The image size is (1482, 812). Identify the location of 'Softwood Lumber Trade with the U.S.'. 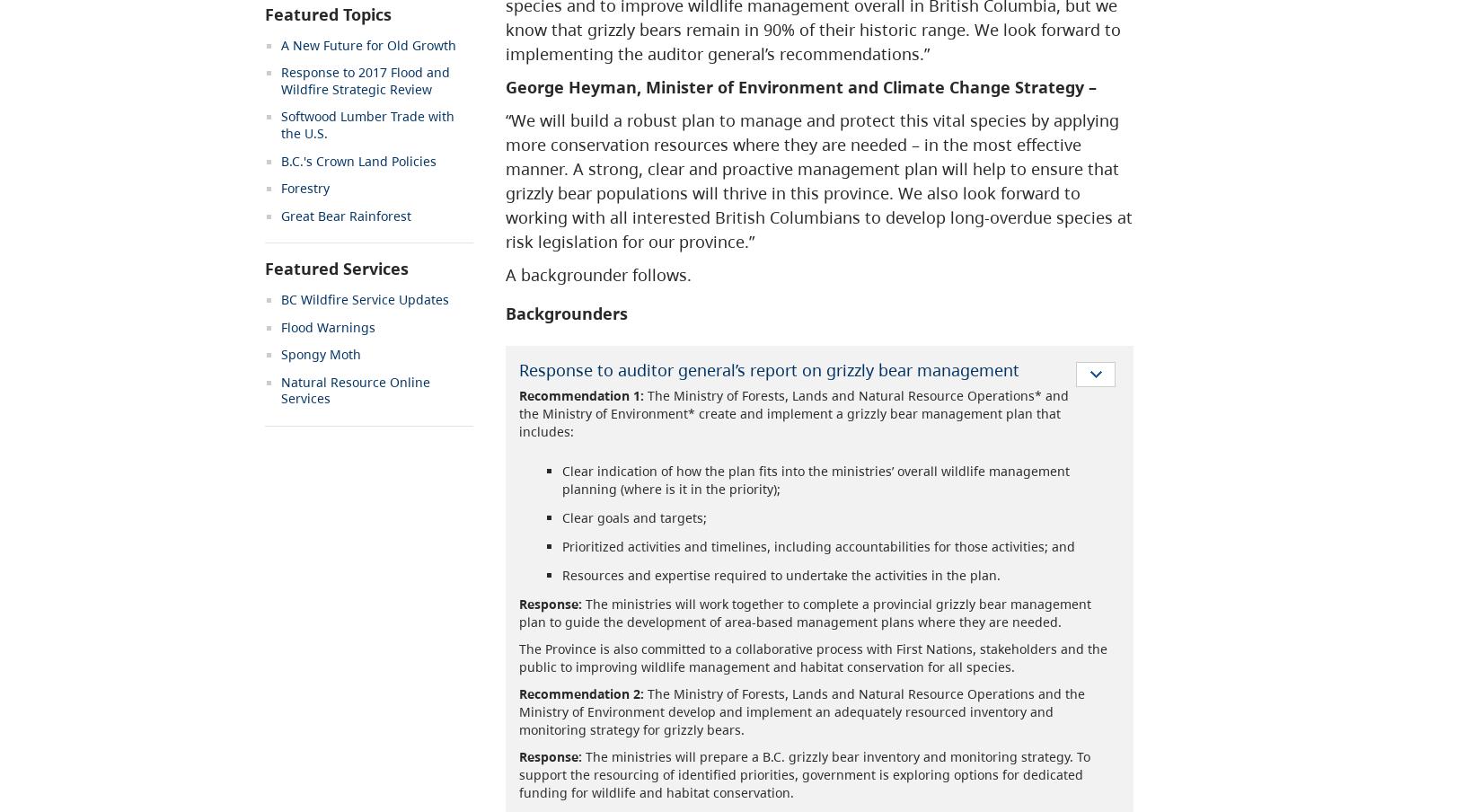
(367, 123).